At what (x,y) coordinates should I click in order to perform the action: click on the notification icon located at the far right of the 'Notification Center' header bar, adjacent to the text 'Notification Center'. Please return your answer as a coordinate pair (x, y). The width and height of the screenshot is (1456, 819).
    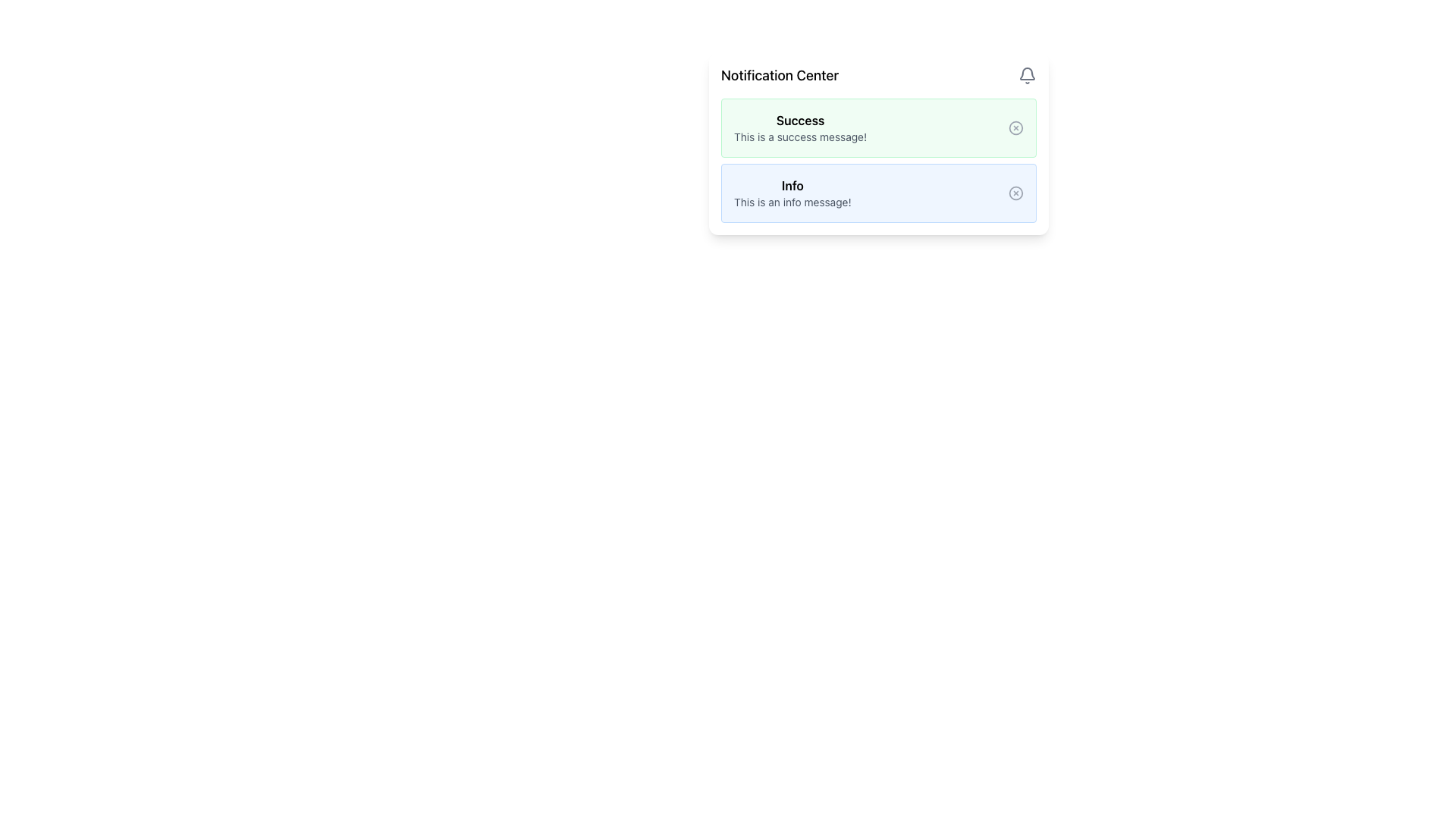
    Looking at the image, I should click on (1027, 76).